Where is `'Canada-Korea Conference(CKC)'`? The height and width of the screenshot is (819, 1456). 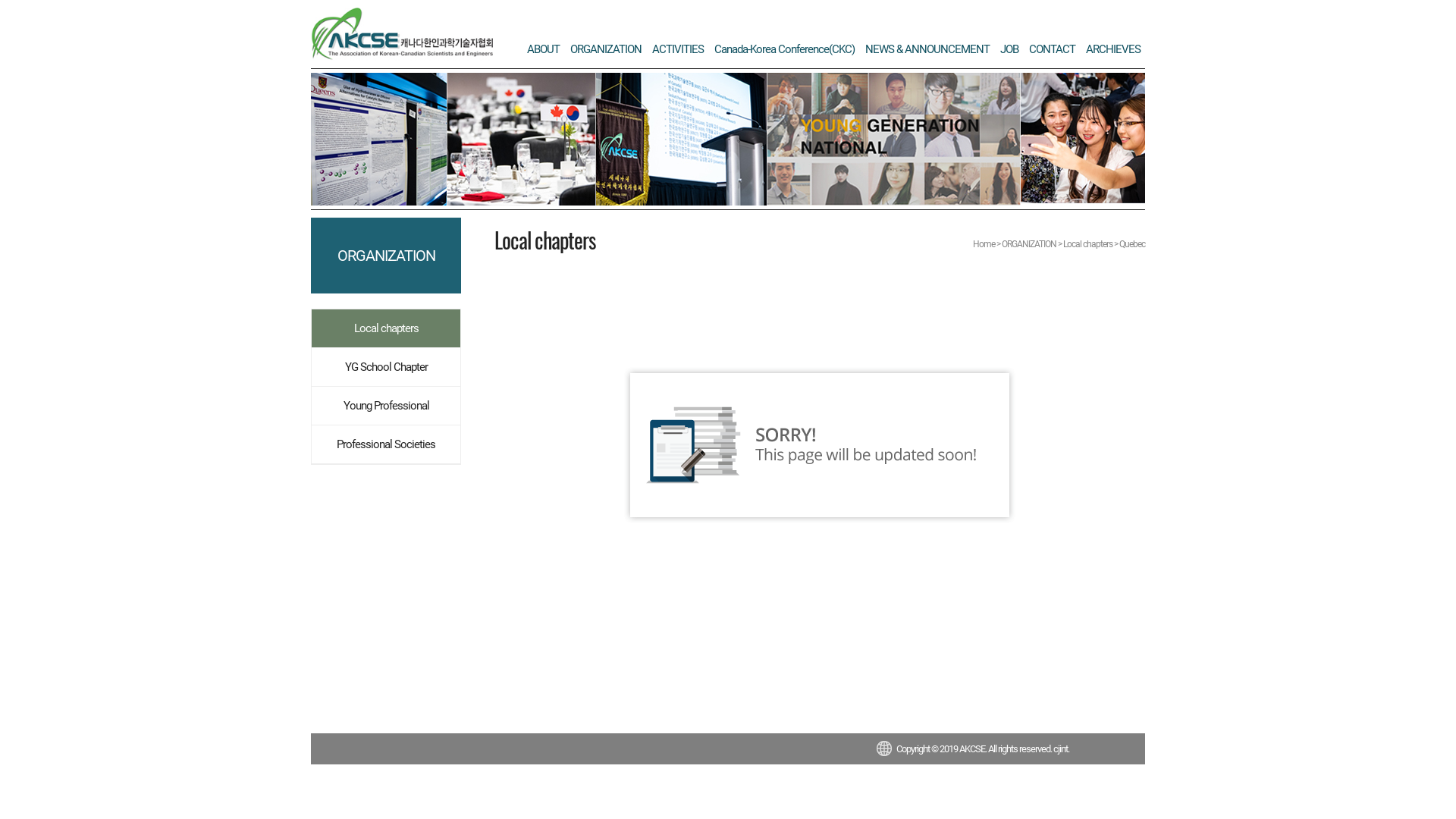
'Canada-Korea Conference(CKC)' is located at coordinates (784, 49).